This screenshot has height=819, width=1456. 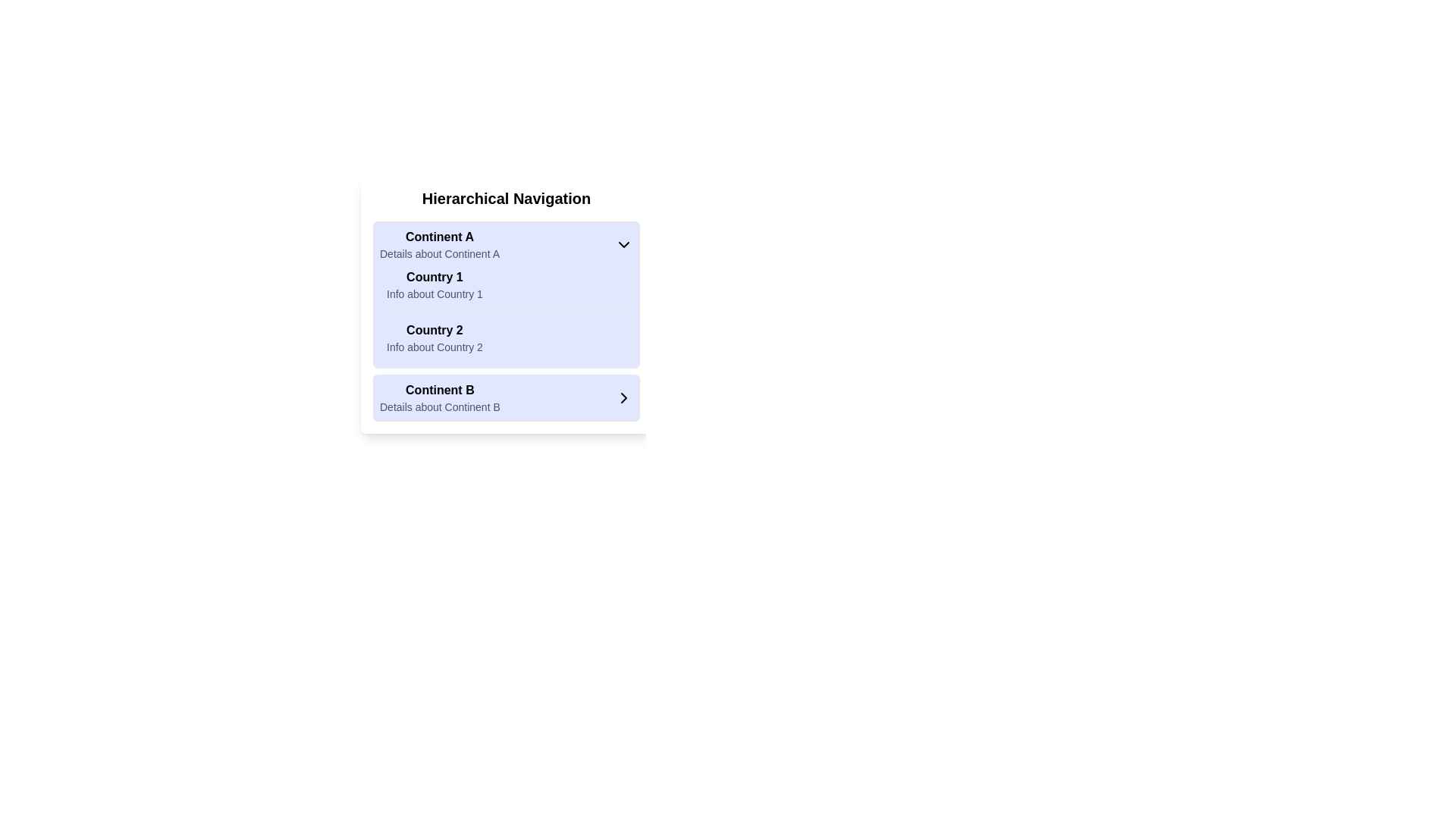 What do you see at coordinates (439, 237) in the screenshot?
I see `the Text label that serves as a heading for the associated detail below, positioned at the top of its grouping` at bounding box center [439, 237].